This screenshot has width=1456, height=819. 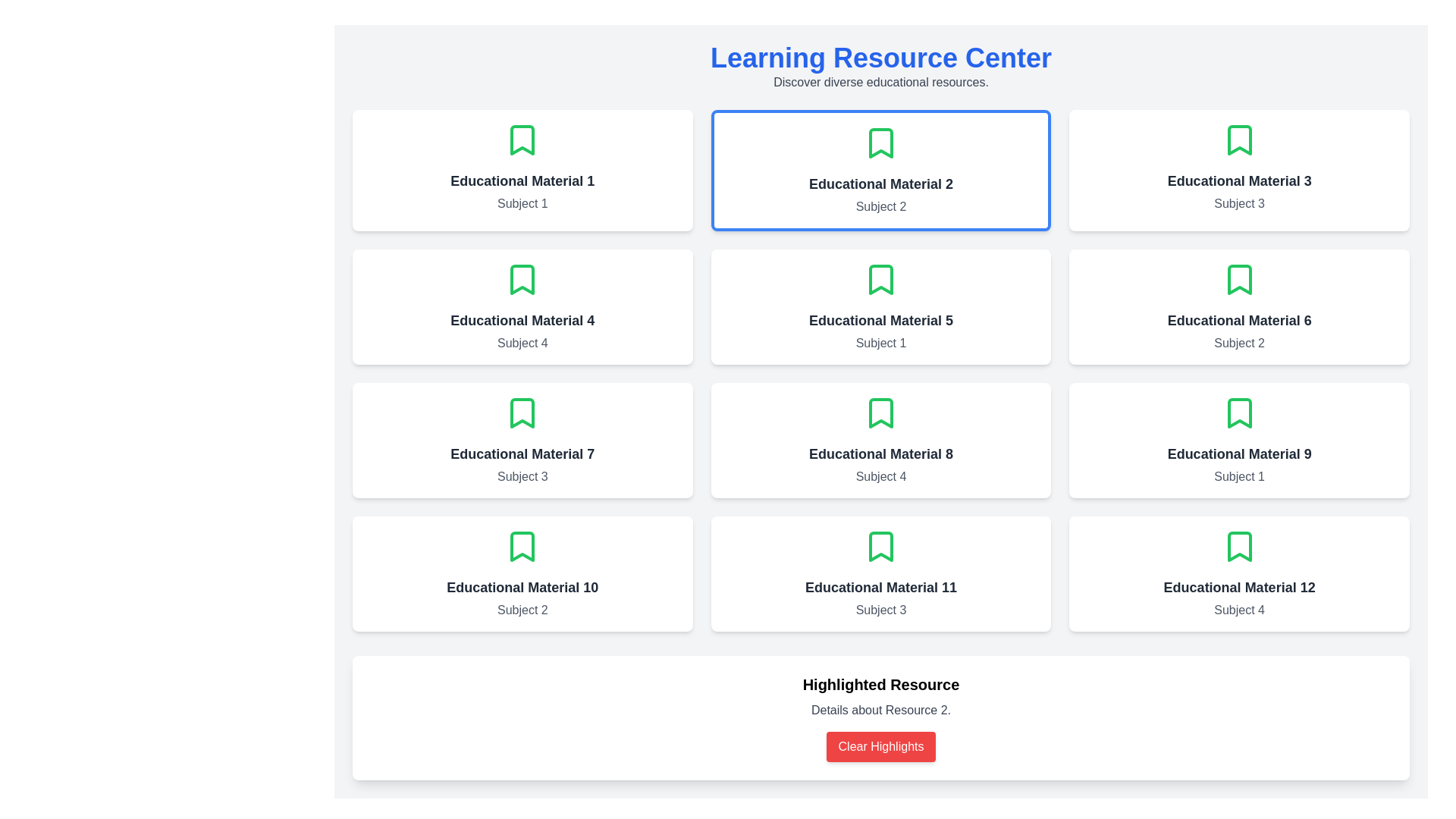 I want to click on the bookmark icon representing the ability to save 'Educational Material 6', located at the top-center of its card with the subtitle 'Subject 2', so click(x=1239, y=280).